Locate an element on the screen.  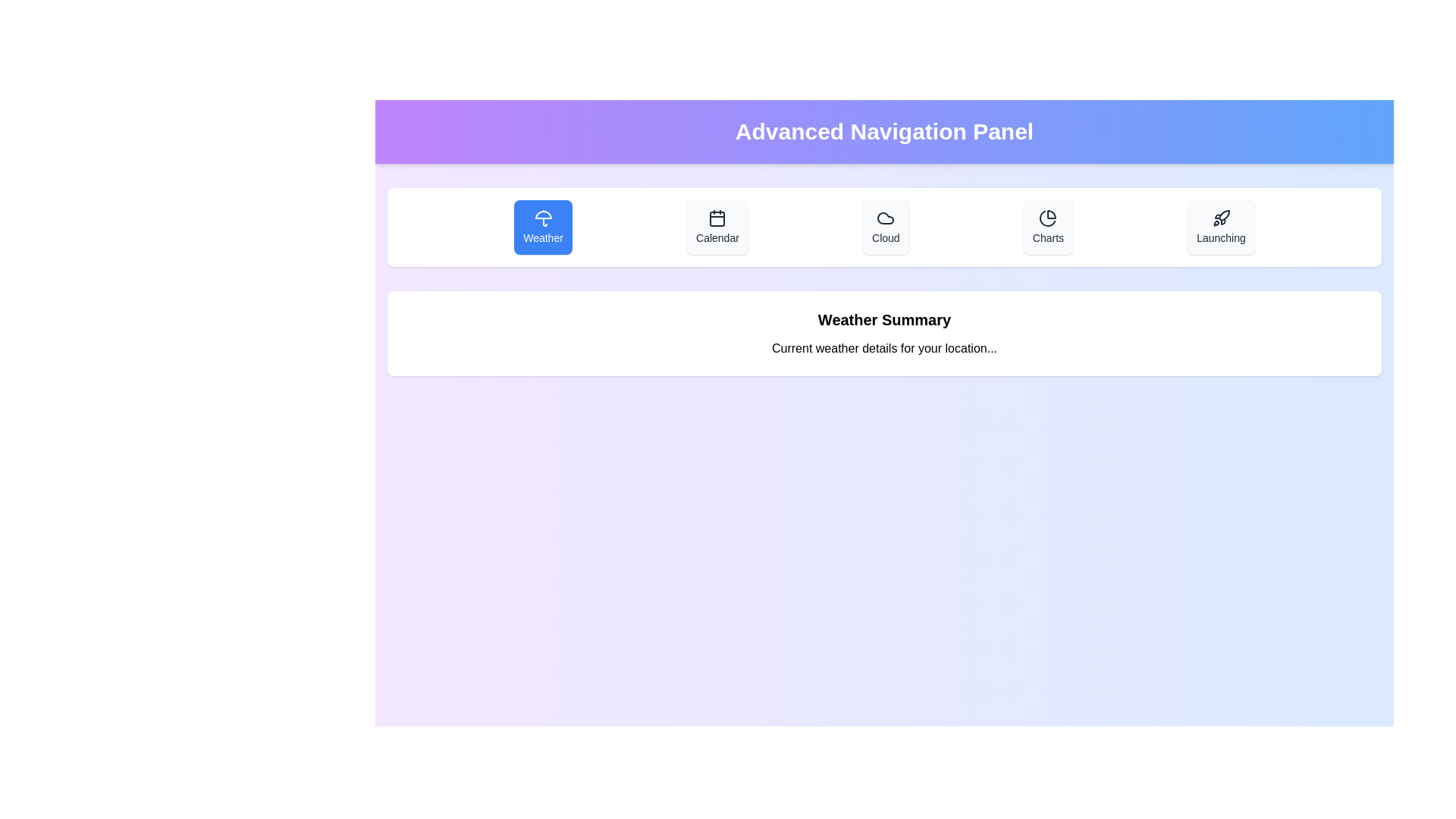
the button with a rocket icon and the text 'Launching' is located at coordinates (1221, 227).